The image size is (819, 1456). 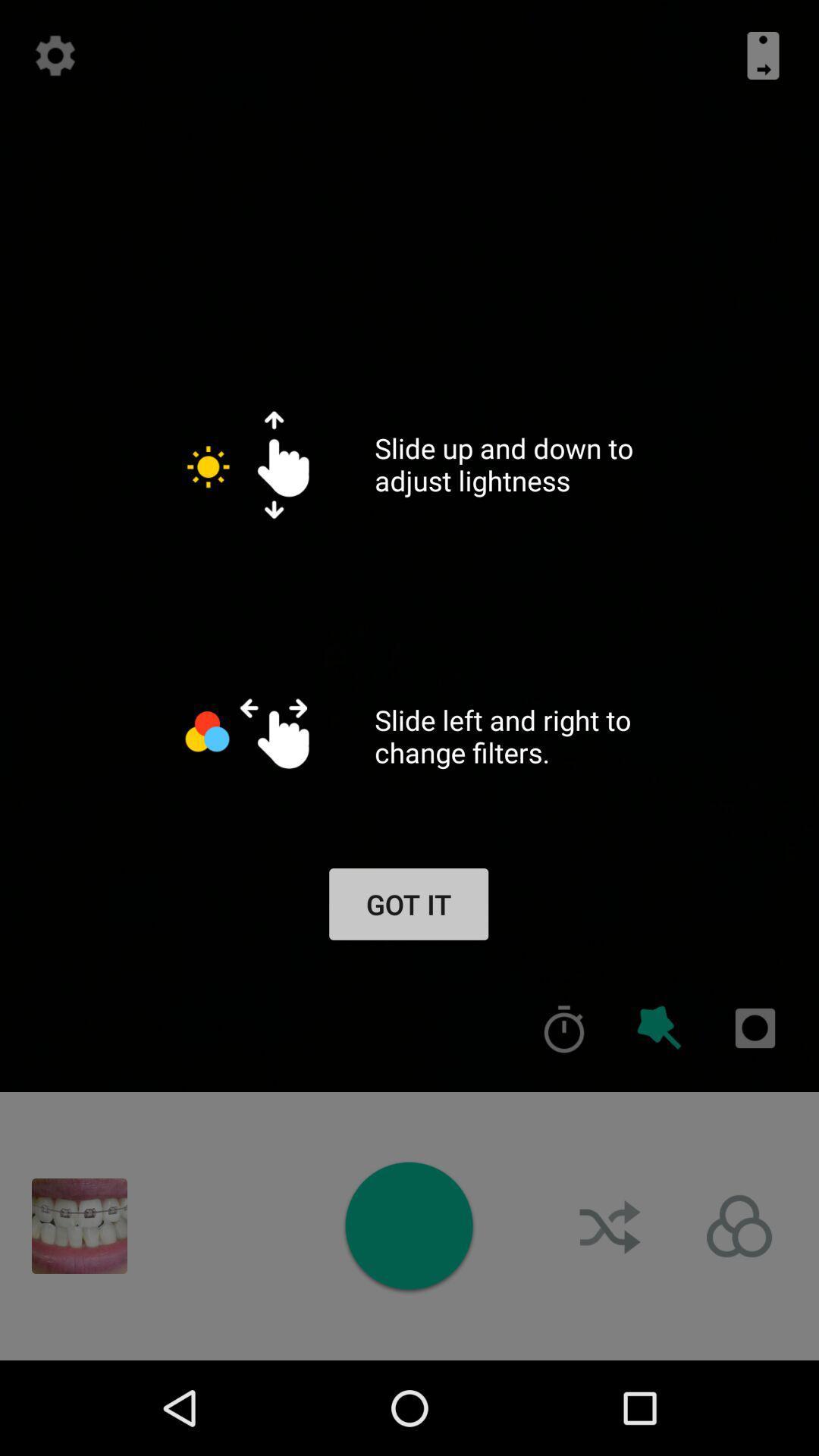 I want to click on photo timer, so click(x=564, y=1028).